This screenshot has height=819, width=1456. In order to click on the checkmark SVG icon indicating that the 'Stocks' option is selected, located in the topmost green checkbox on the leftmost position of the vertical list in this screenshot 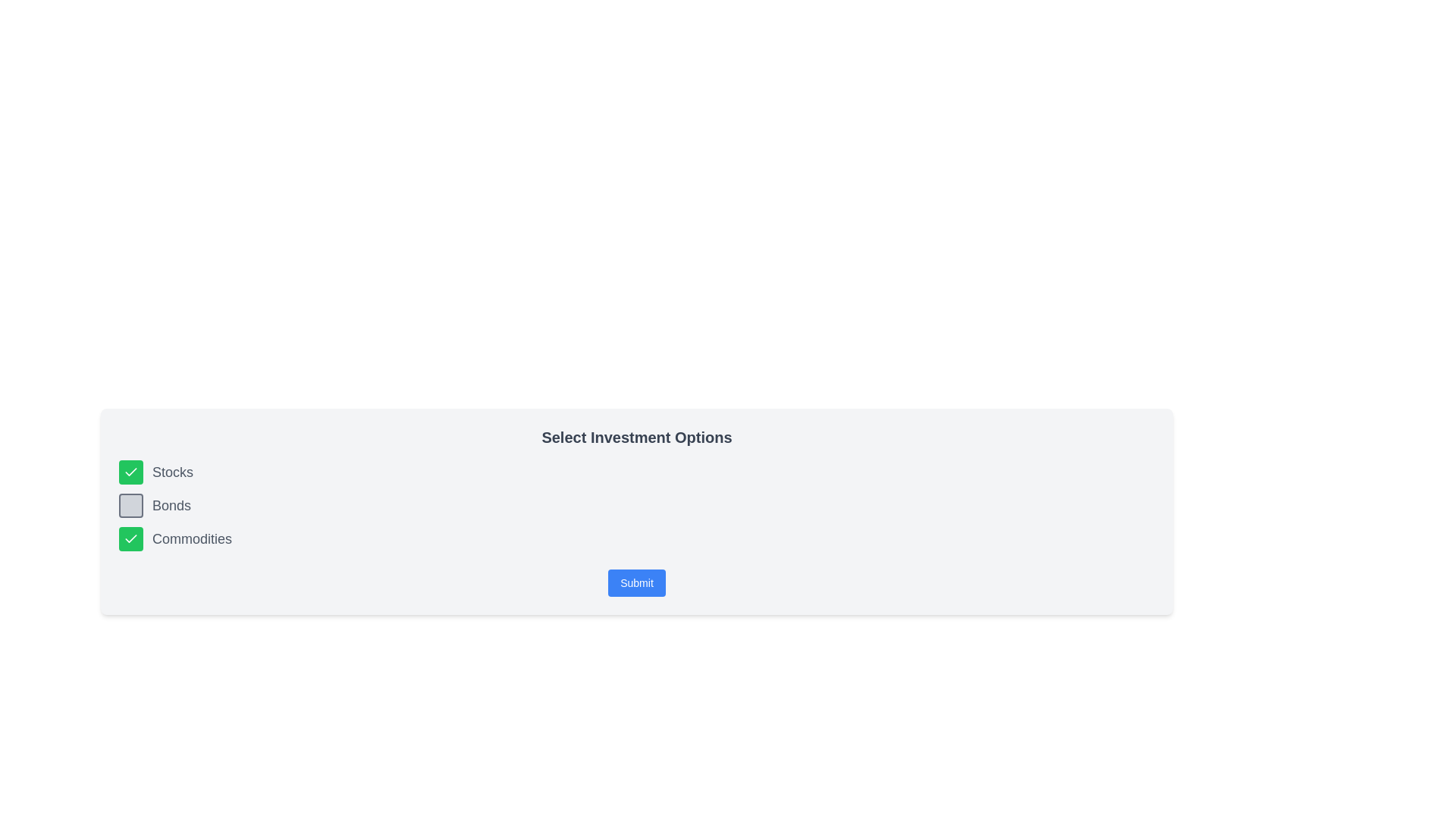, I will do `click(130, 470)`.